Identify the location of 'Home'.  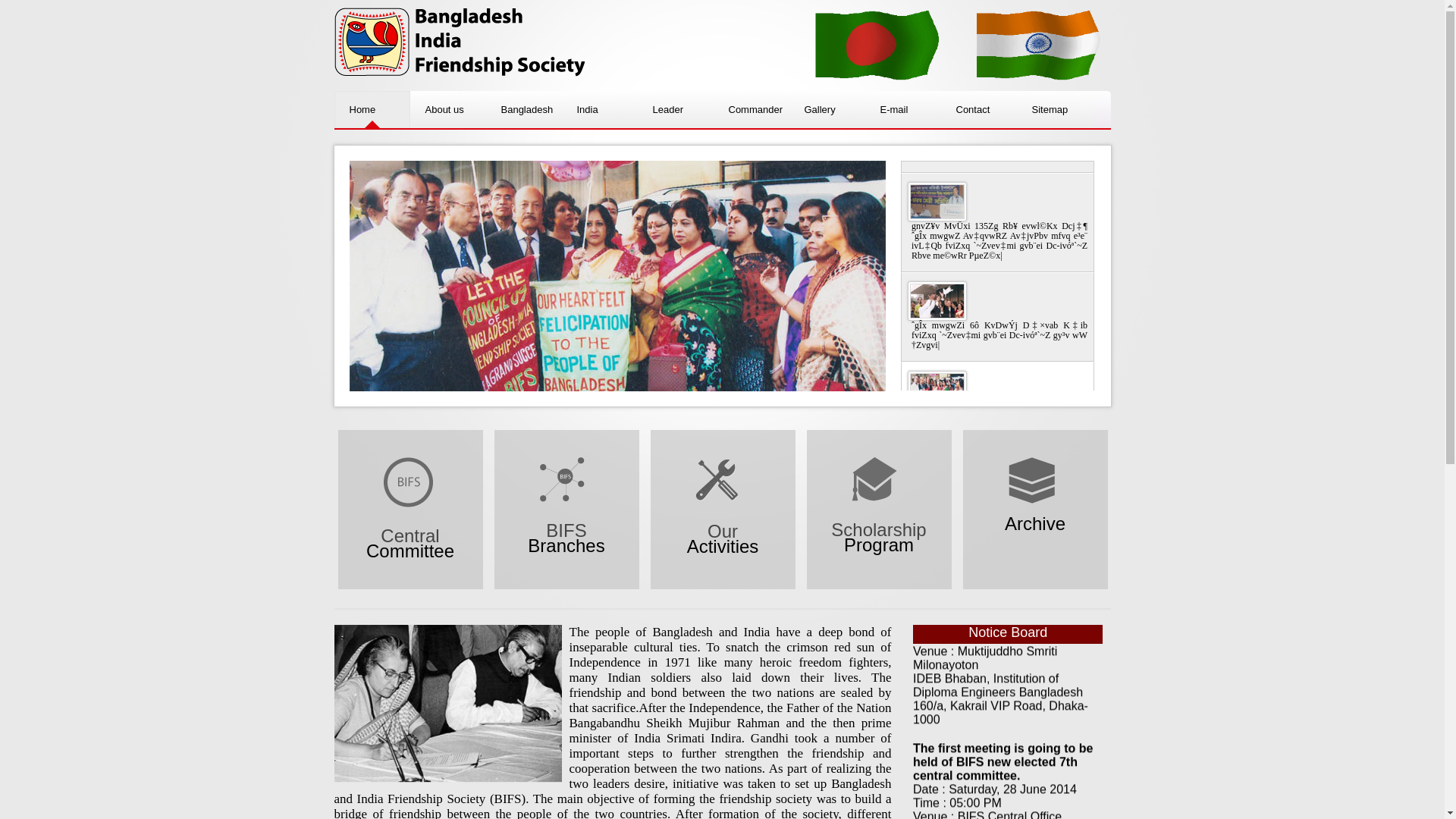
(371, 108).